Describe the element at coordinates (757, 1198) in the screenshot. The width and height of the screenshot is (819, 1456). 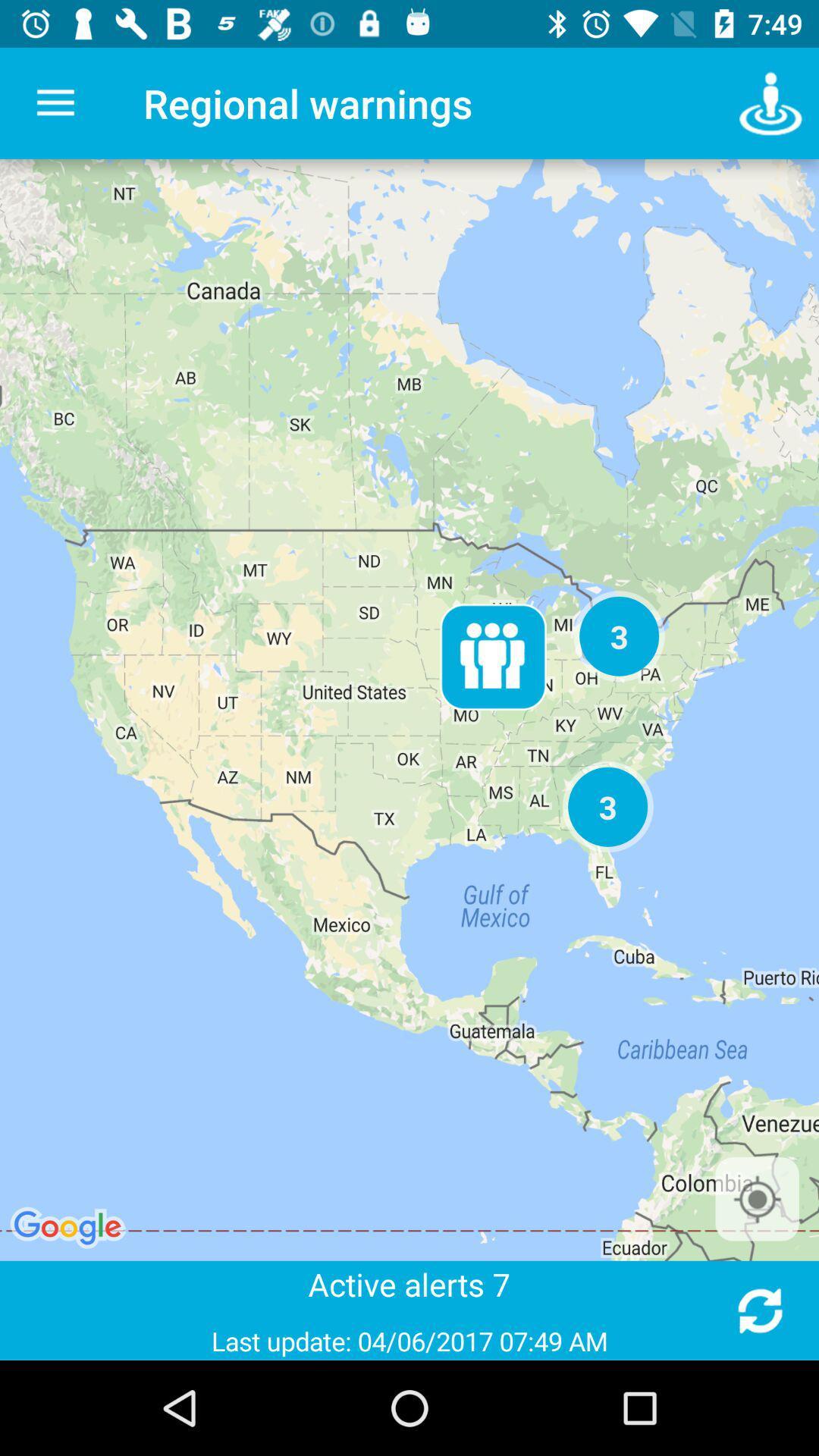
I see `locate me` at that location.